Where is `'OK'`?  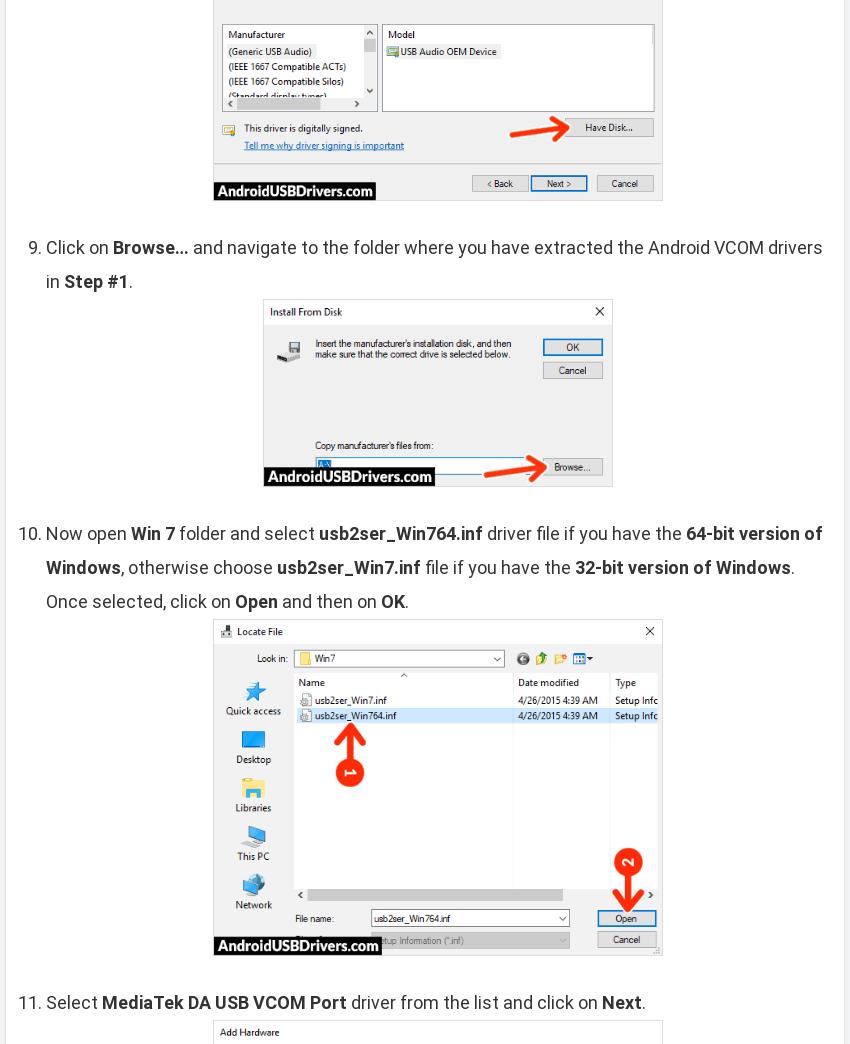
'OK' is located at coordinates (393, 601).